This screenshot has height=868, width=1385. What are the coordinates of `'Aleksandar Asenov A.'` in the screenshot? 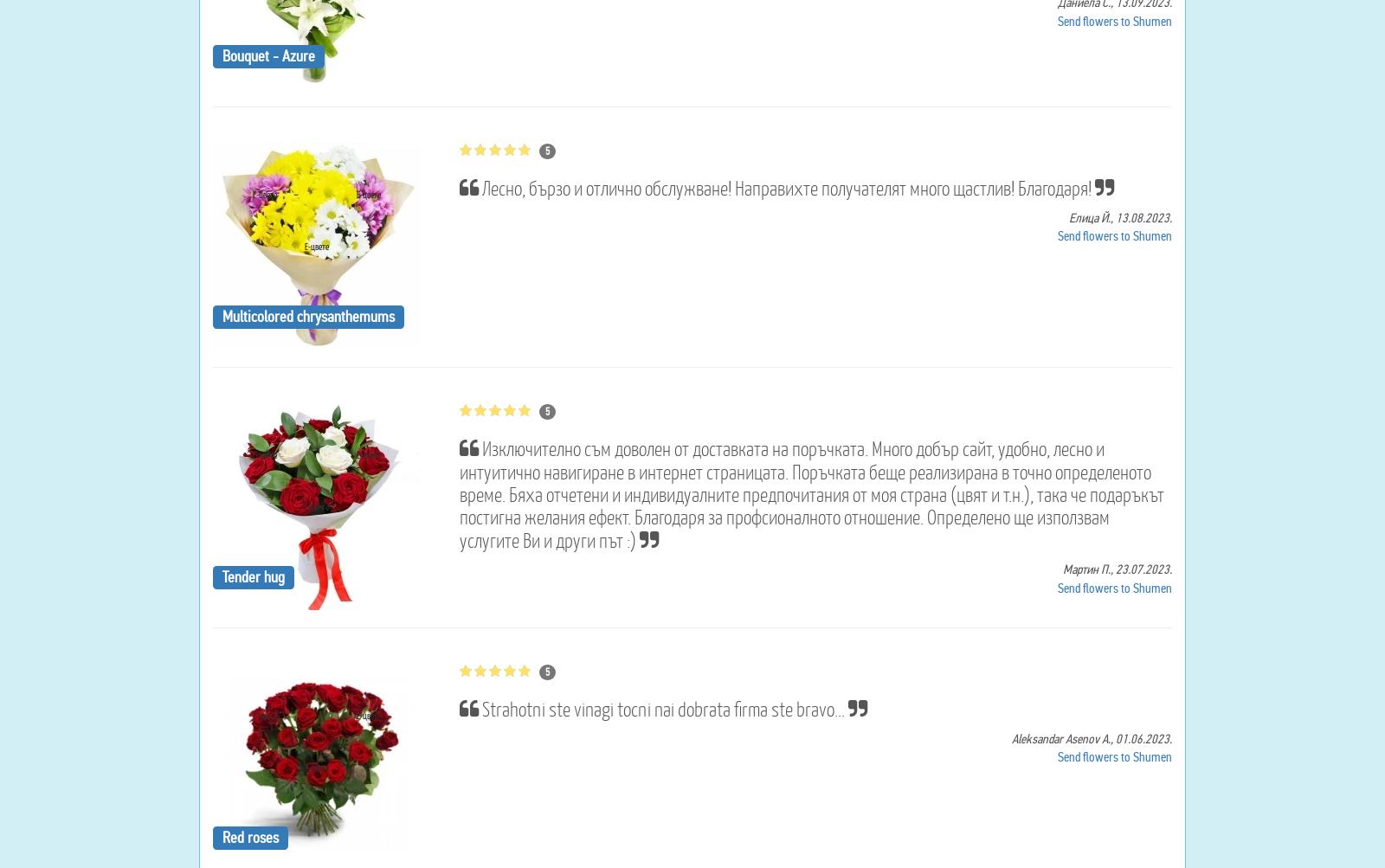 It's located at (1011, 737).